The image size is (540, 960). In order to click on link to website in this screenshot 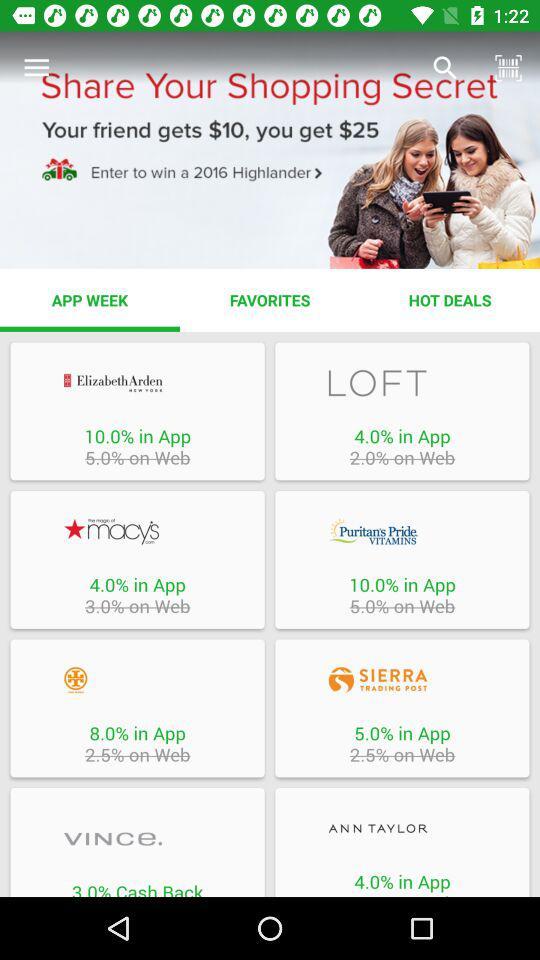, I will do `click(136, 382)`.